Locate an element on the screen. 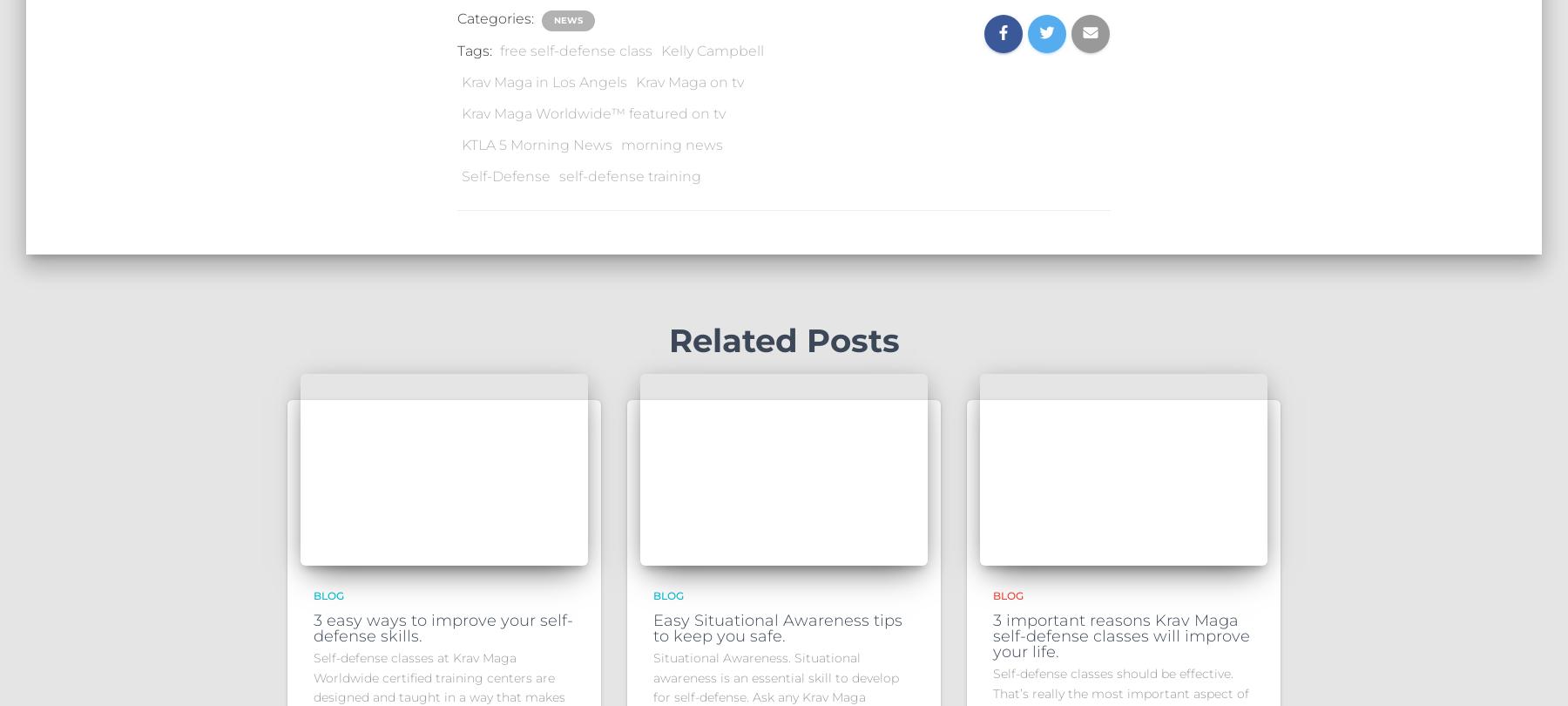 The width and height of the screenshot is (1568, 706). 'morning news' is located at coordinates (671, 144).